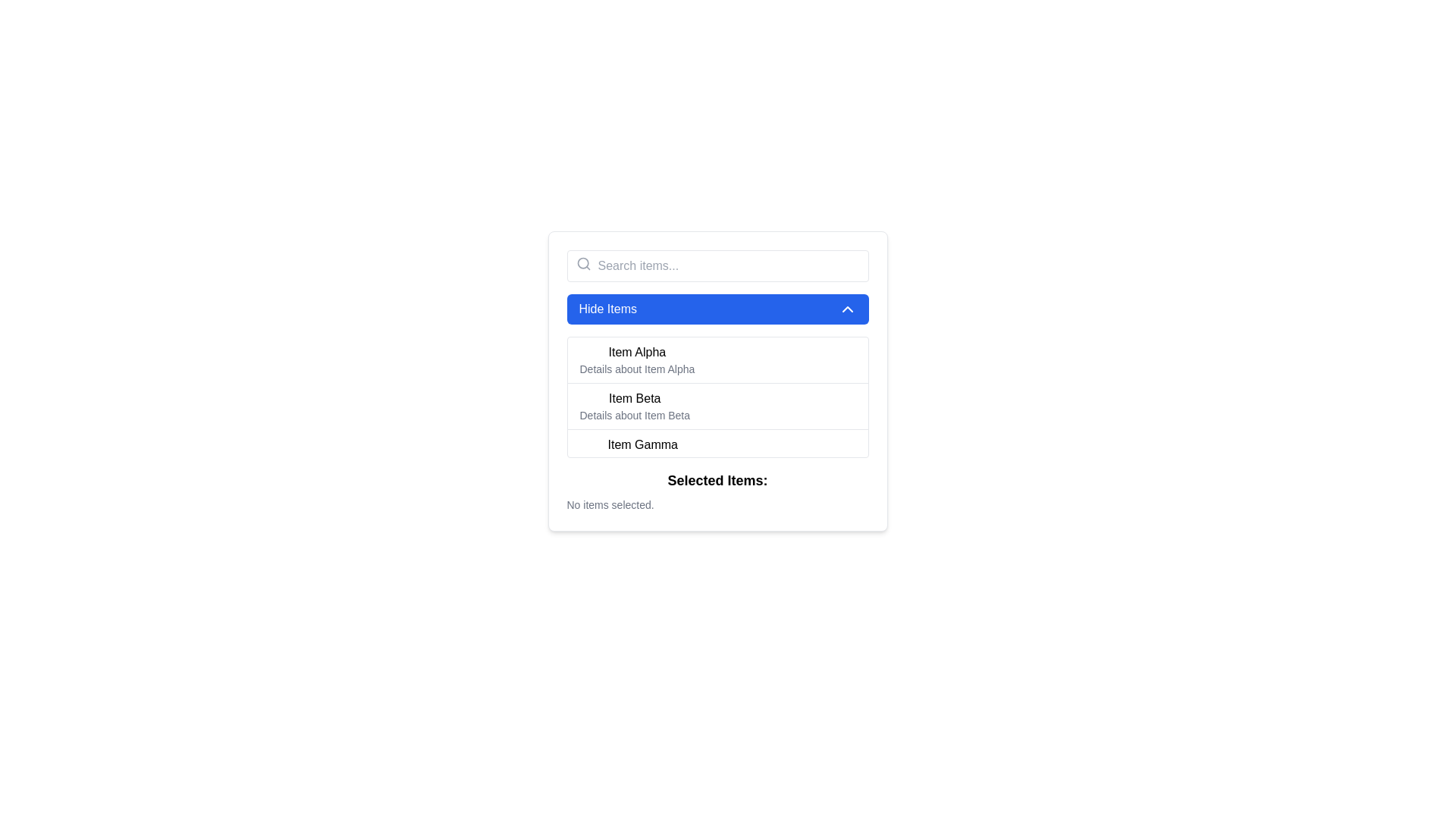 This screenshot has height=819, width=1456. Describe the element at coordinates (717, 265) in the screenshot. I see `the text input field with a light gray border and rounded corners` at that location.